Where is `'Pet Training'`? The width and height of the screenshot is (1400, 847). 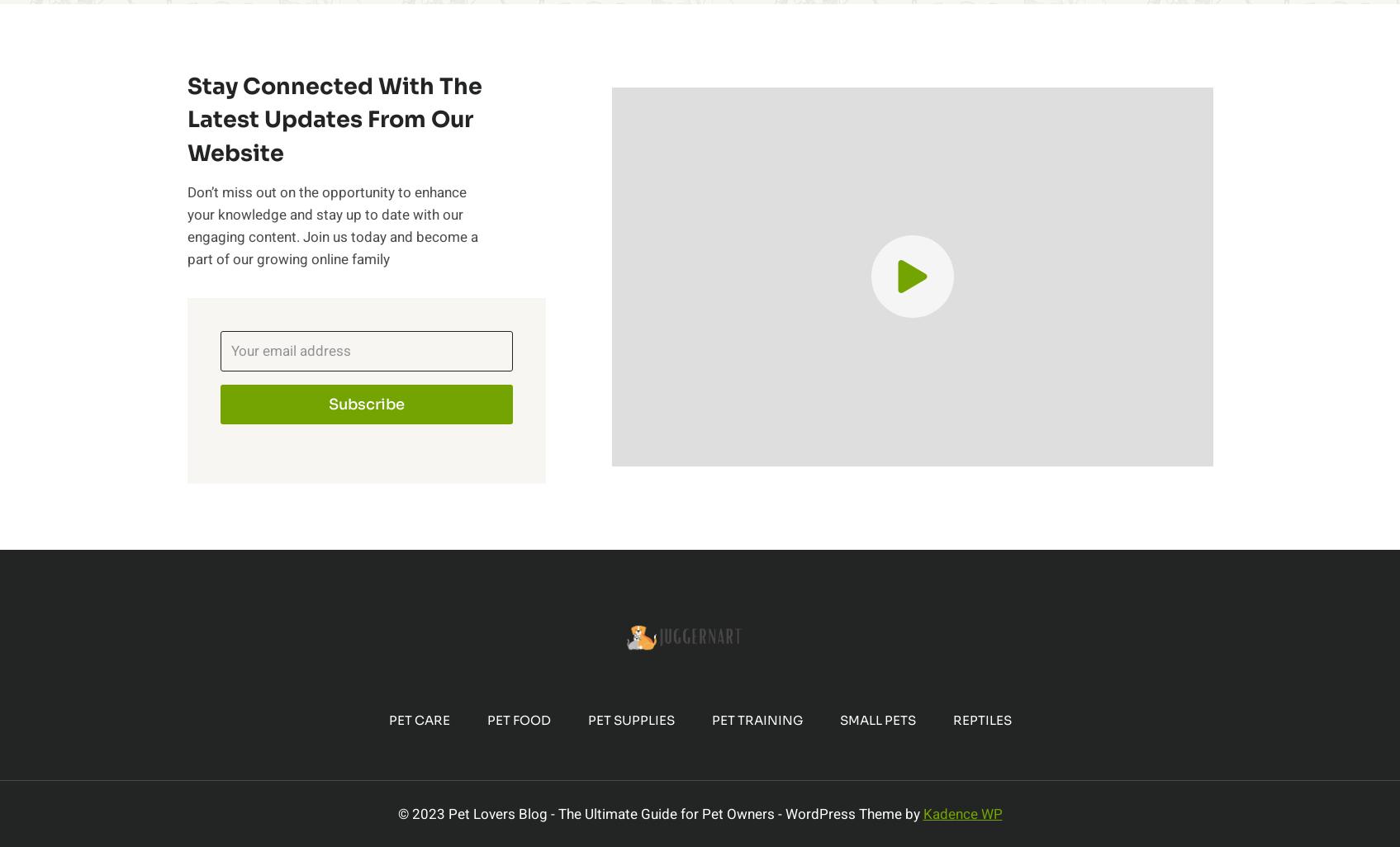
'Pet Training' is located at coordinates (756, 720).